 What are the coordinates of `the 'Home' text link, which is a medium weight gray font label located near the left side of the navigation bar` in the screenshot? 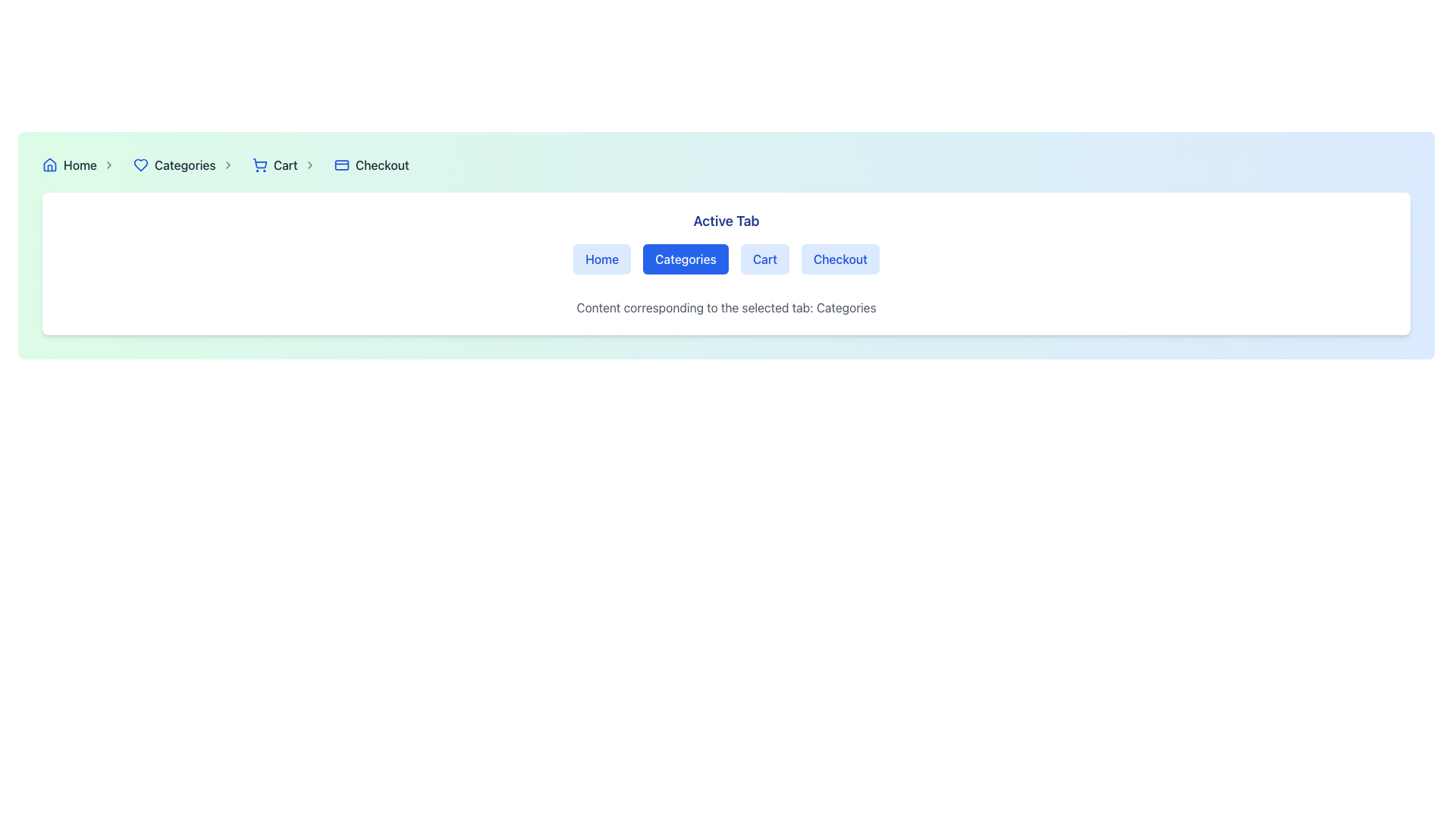 It's located at (79, 165).